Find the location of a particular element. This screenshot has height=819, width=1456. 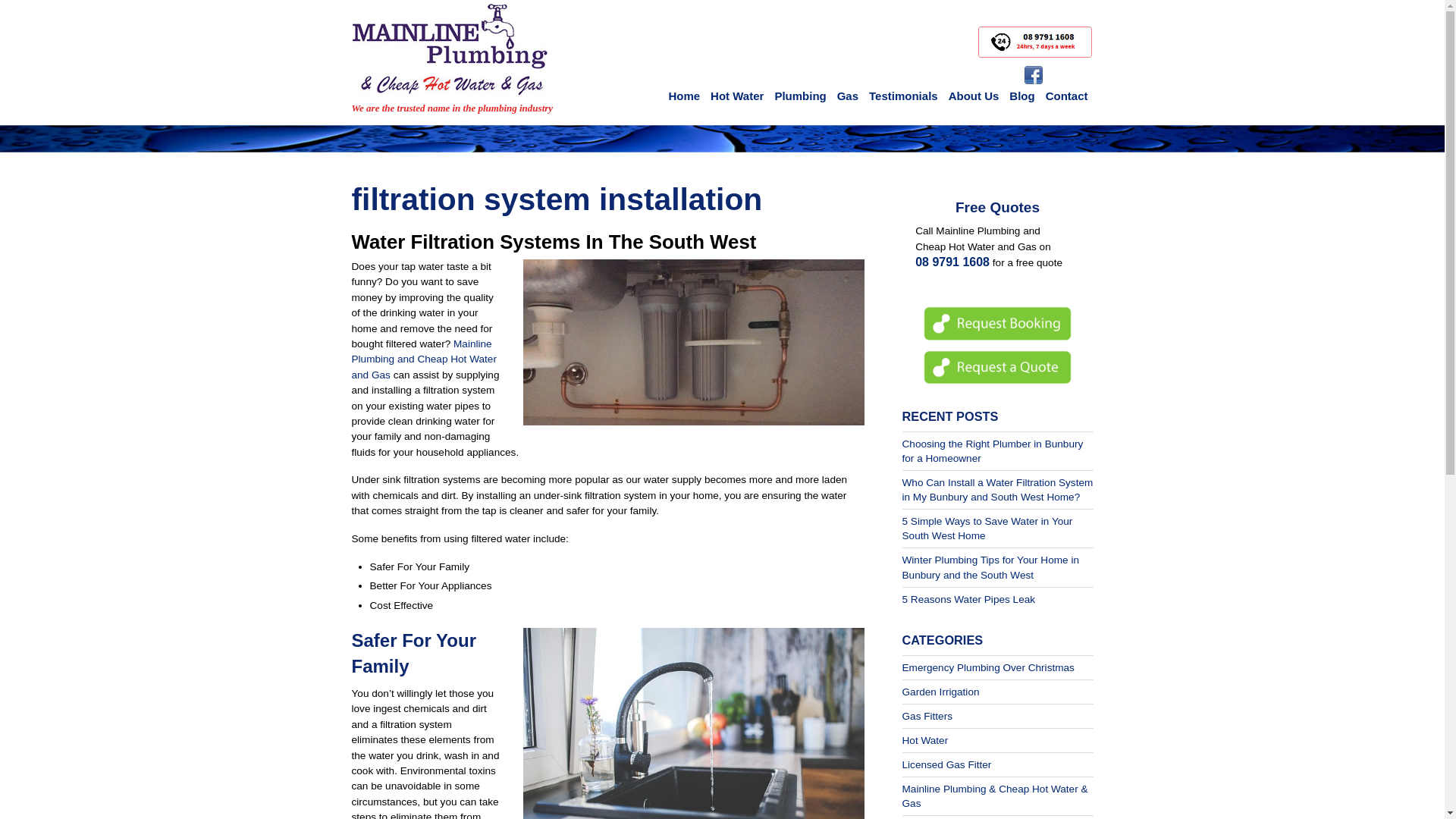

'Mainline Plumbing' is located at coordinates (449, 76).